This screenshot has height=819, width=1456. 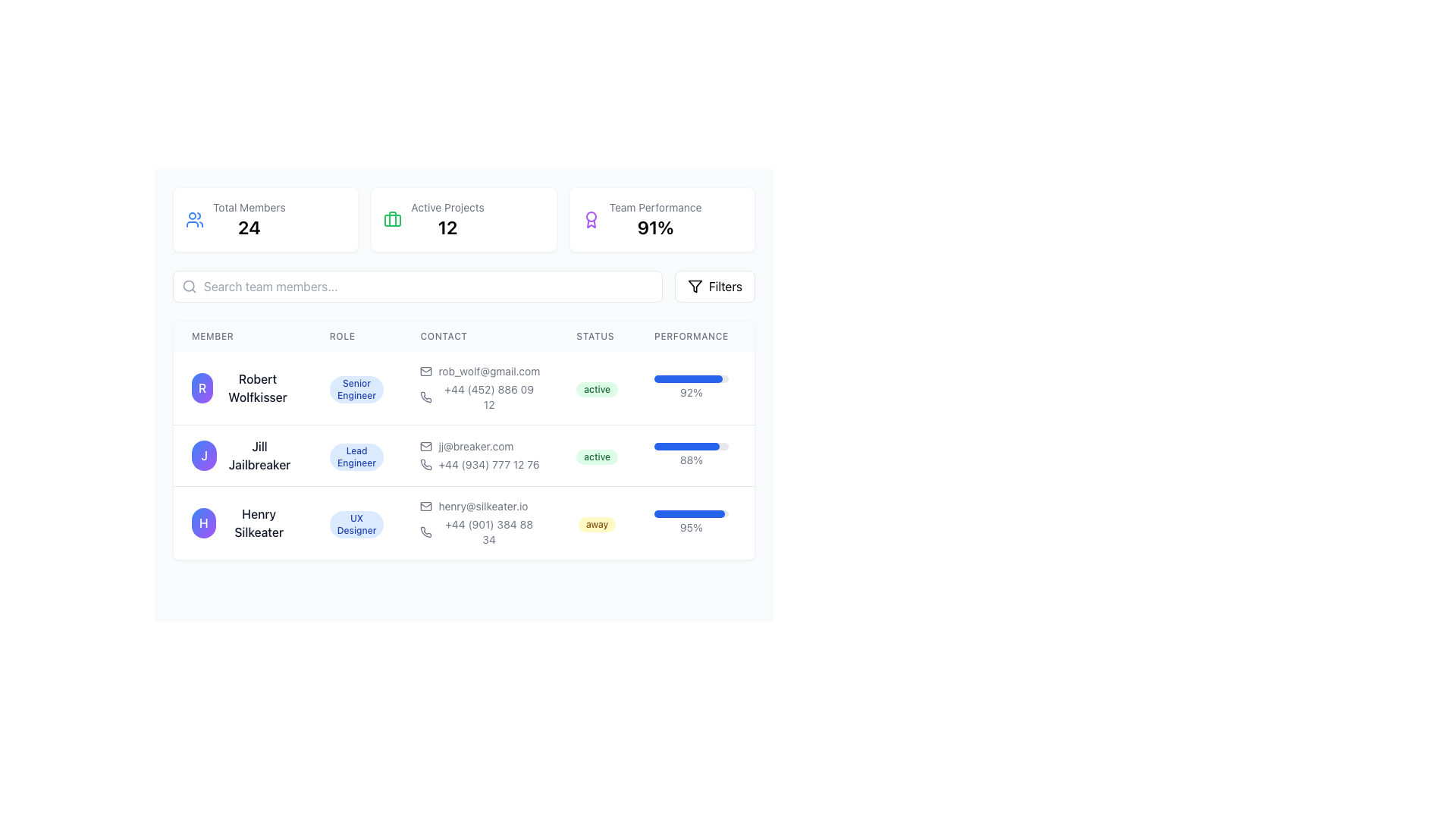 I want to click on the phone number text with an adjacent icon in the 'Contact' column, so click(x=479, y=397).